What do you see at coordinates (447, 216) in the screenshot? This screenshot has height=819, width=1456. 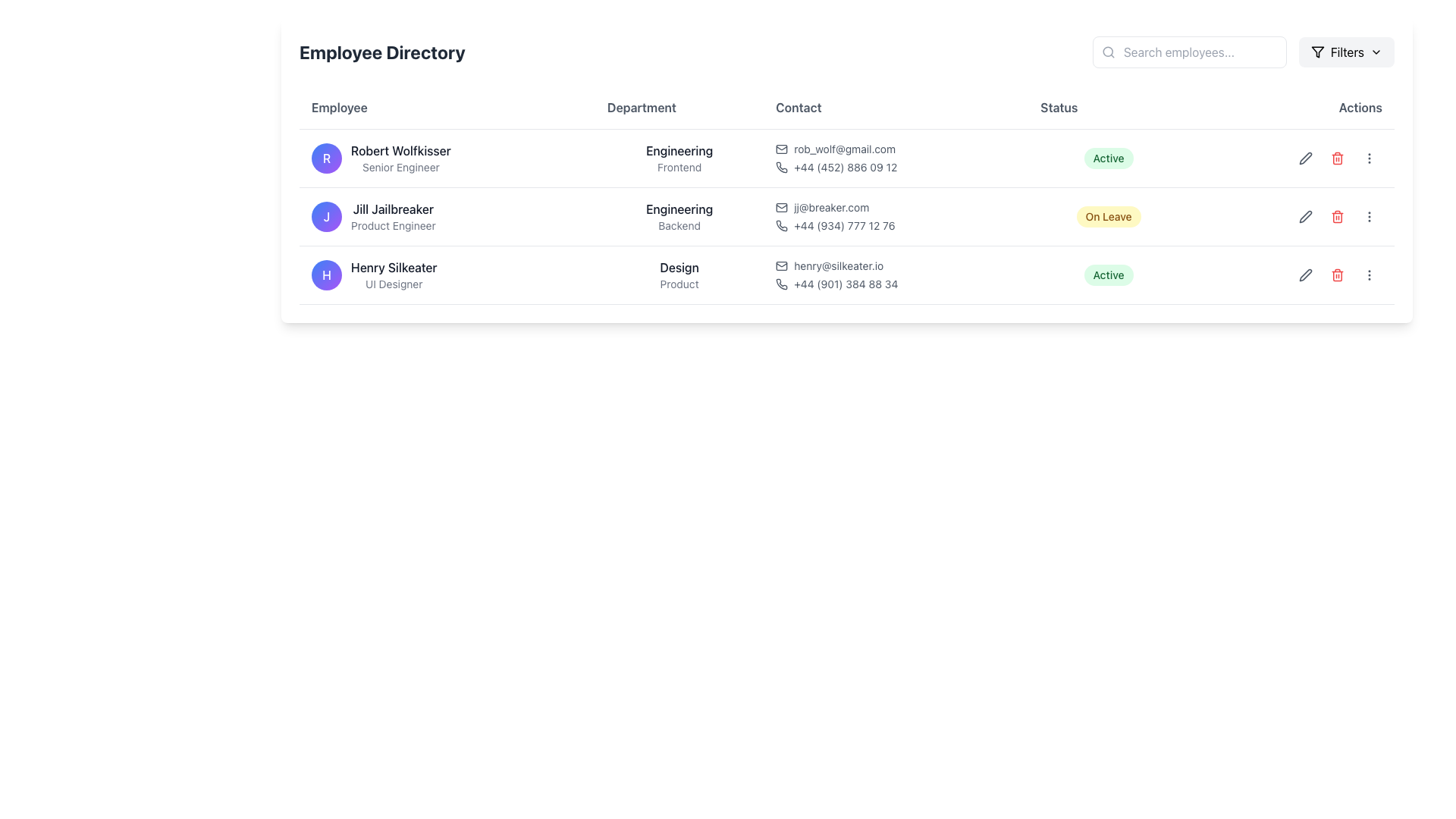 I see `the employee list item displaying initials and role, located in the second row of the 'Employee Directory' under the 'Employee' column, between 'Robert Wolfkisser' and 'Henry Silkeater'` at bounding box center [447, 216].